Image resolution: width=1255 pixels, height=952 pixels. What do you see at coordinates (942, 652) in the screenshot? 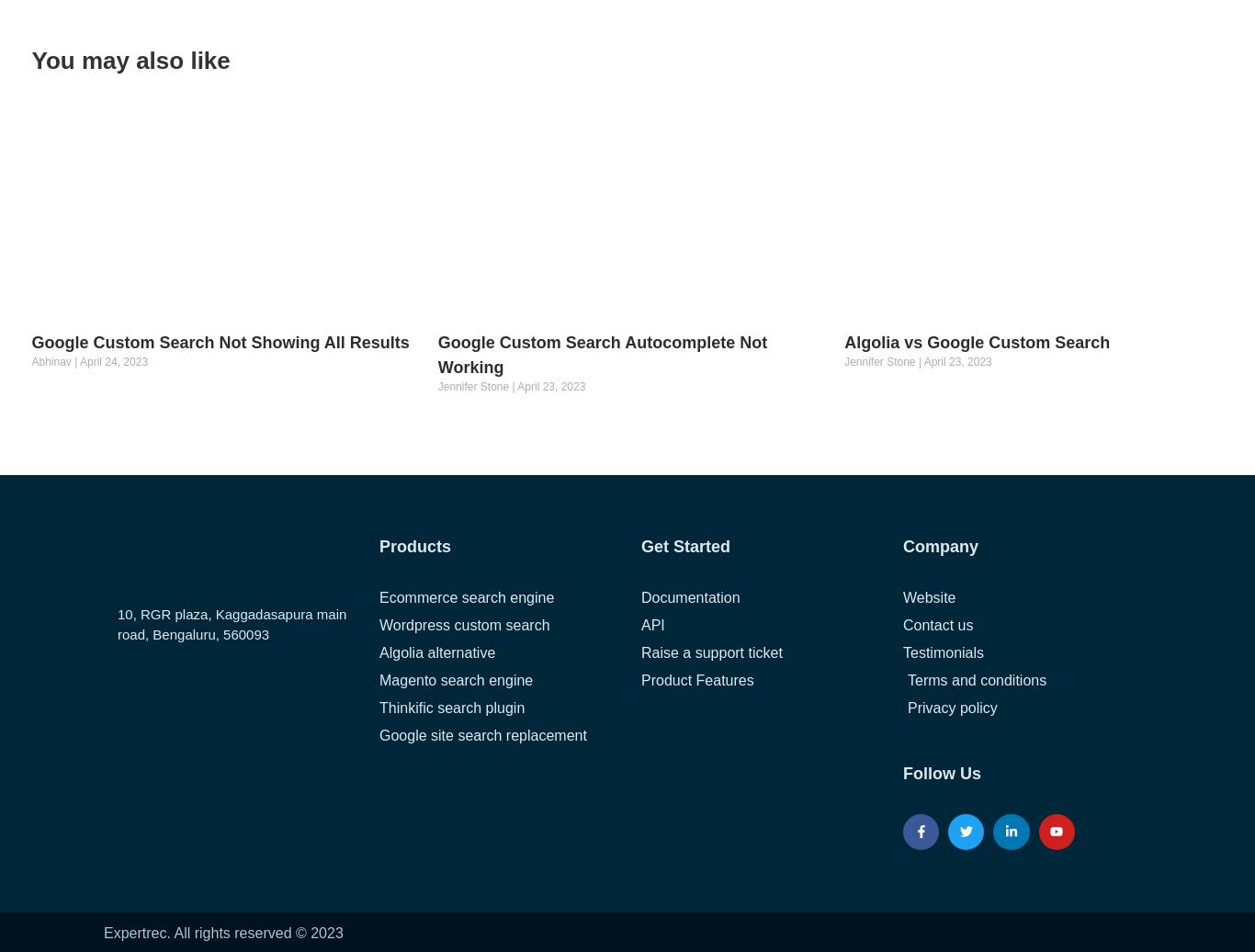
I see `'Testimonials'` at bounding box center [942, 652].